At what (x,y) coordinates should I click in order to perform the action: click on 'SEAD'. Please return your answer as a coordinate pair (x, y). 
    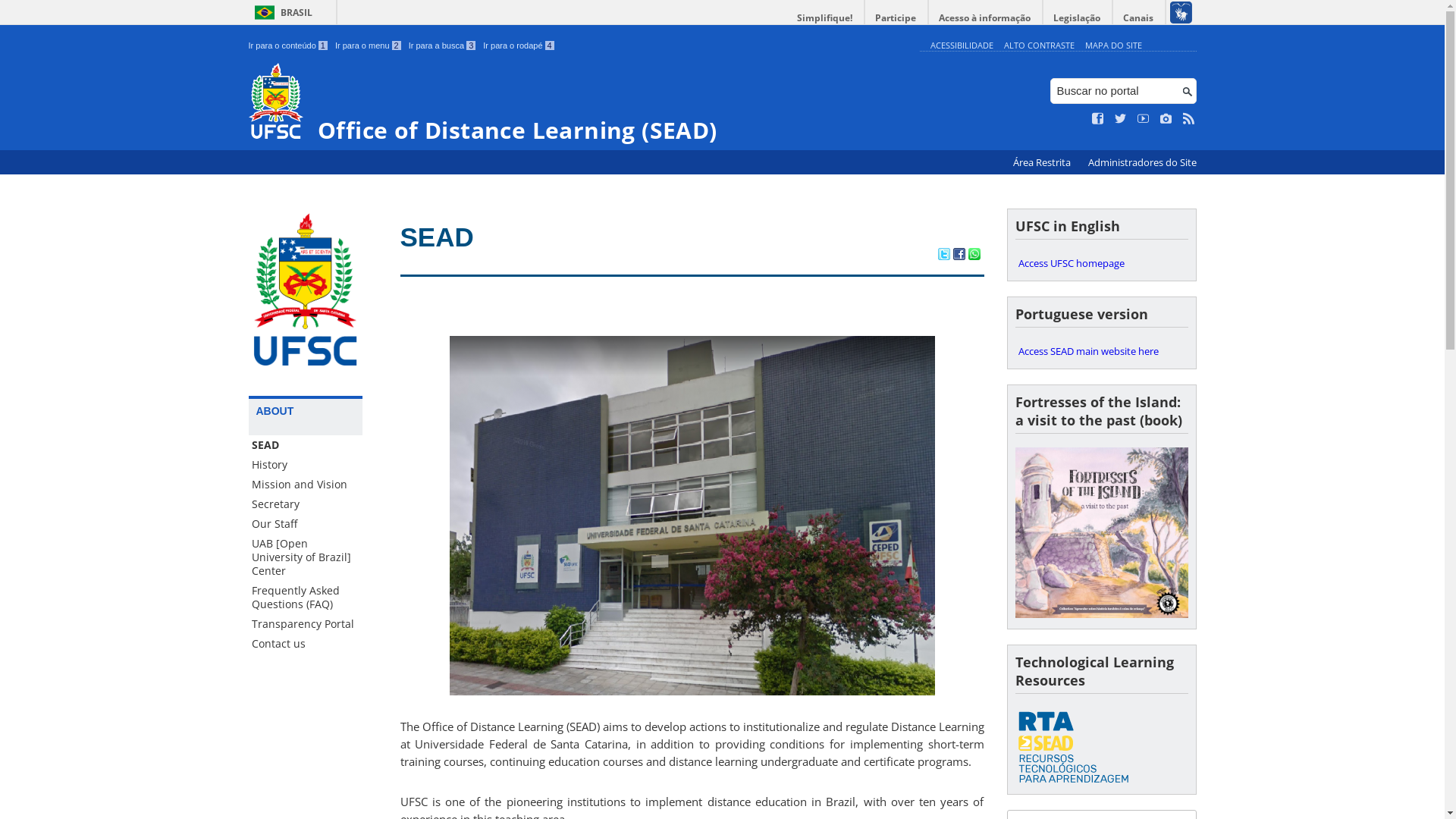
    Looking at the image, I should click on (400, 237).